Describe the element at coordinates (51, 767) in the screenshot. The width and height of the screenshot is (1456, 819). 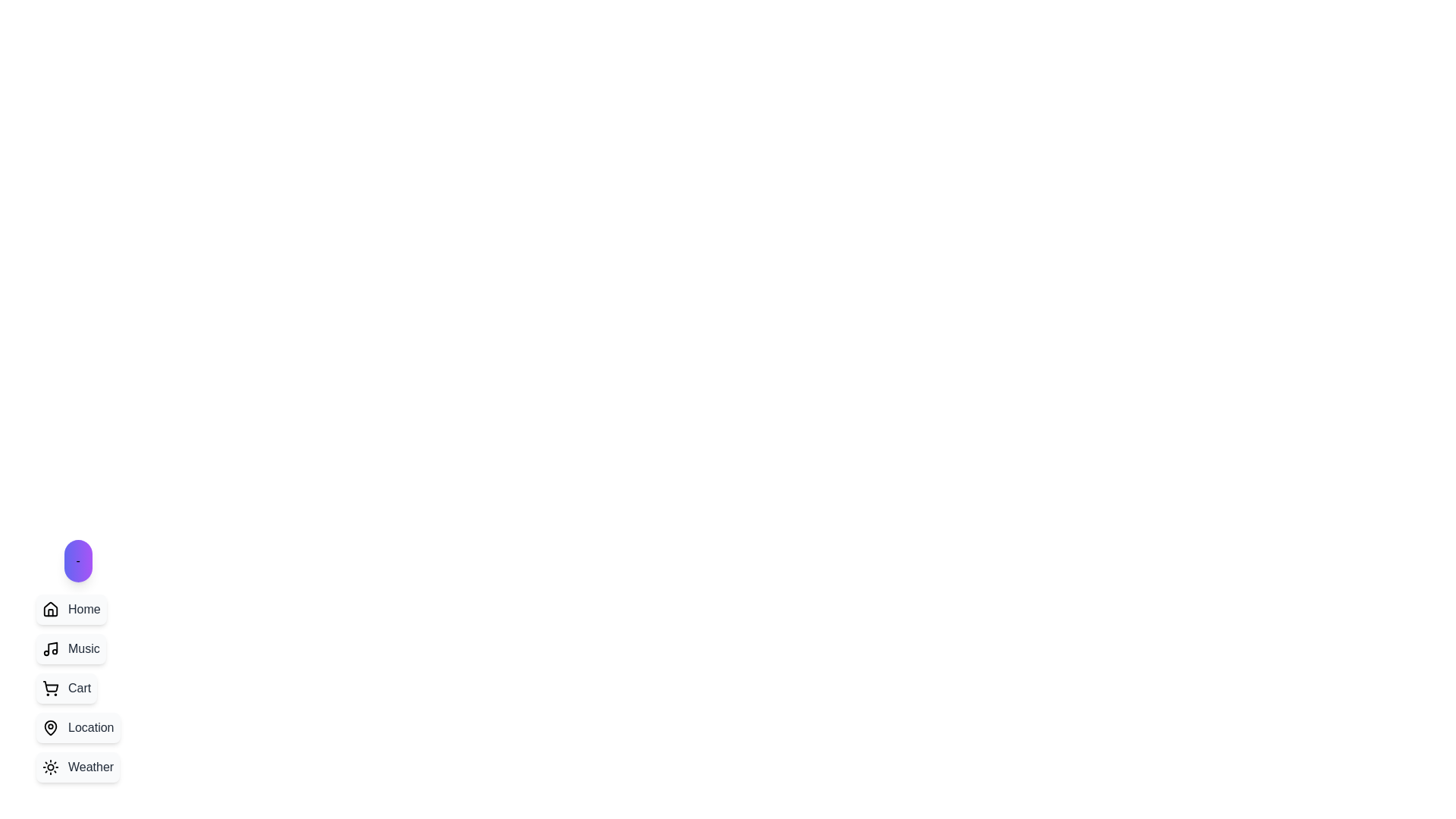
I see `the stylized sun icon located on the left panel of the interface, adjacent to the 'Weather' text label` at that location.